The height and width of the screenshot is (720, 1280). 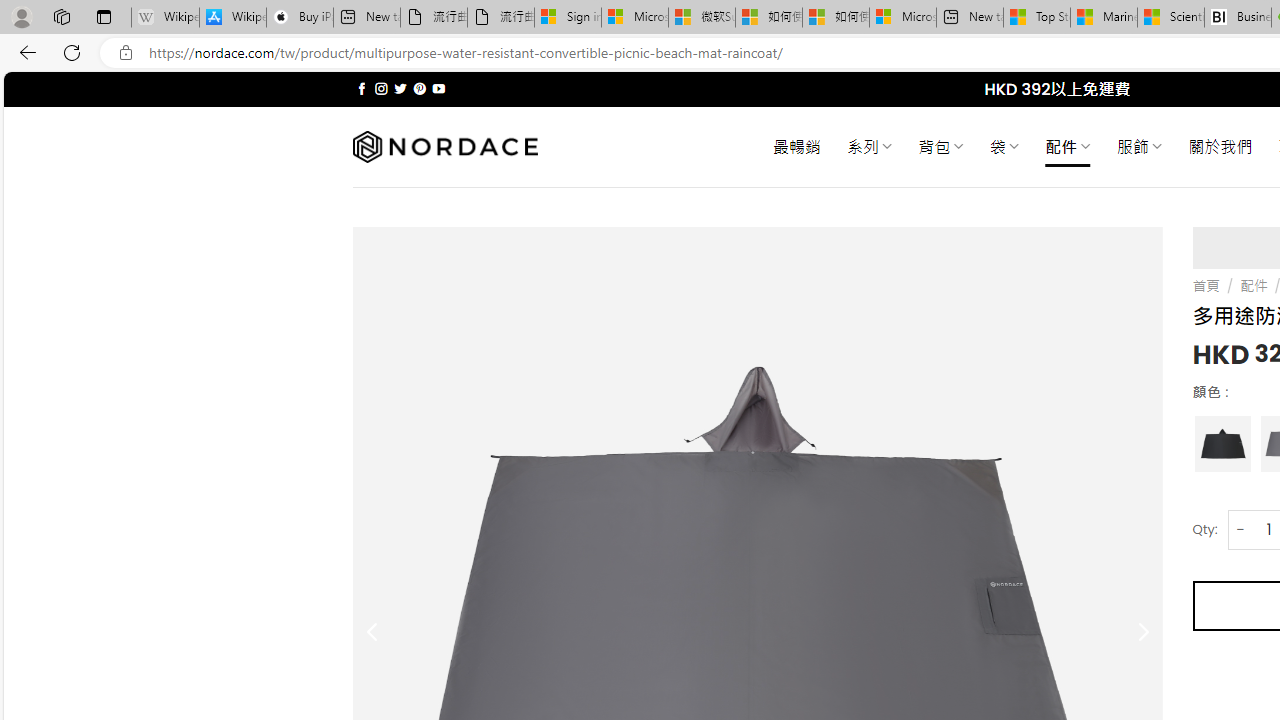 I want to click on 'Wikipedia - Sleeping', so click(x=165, y=17).